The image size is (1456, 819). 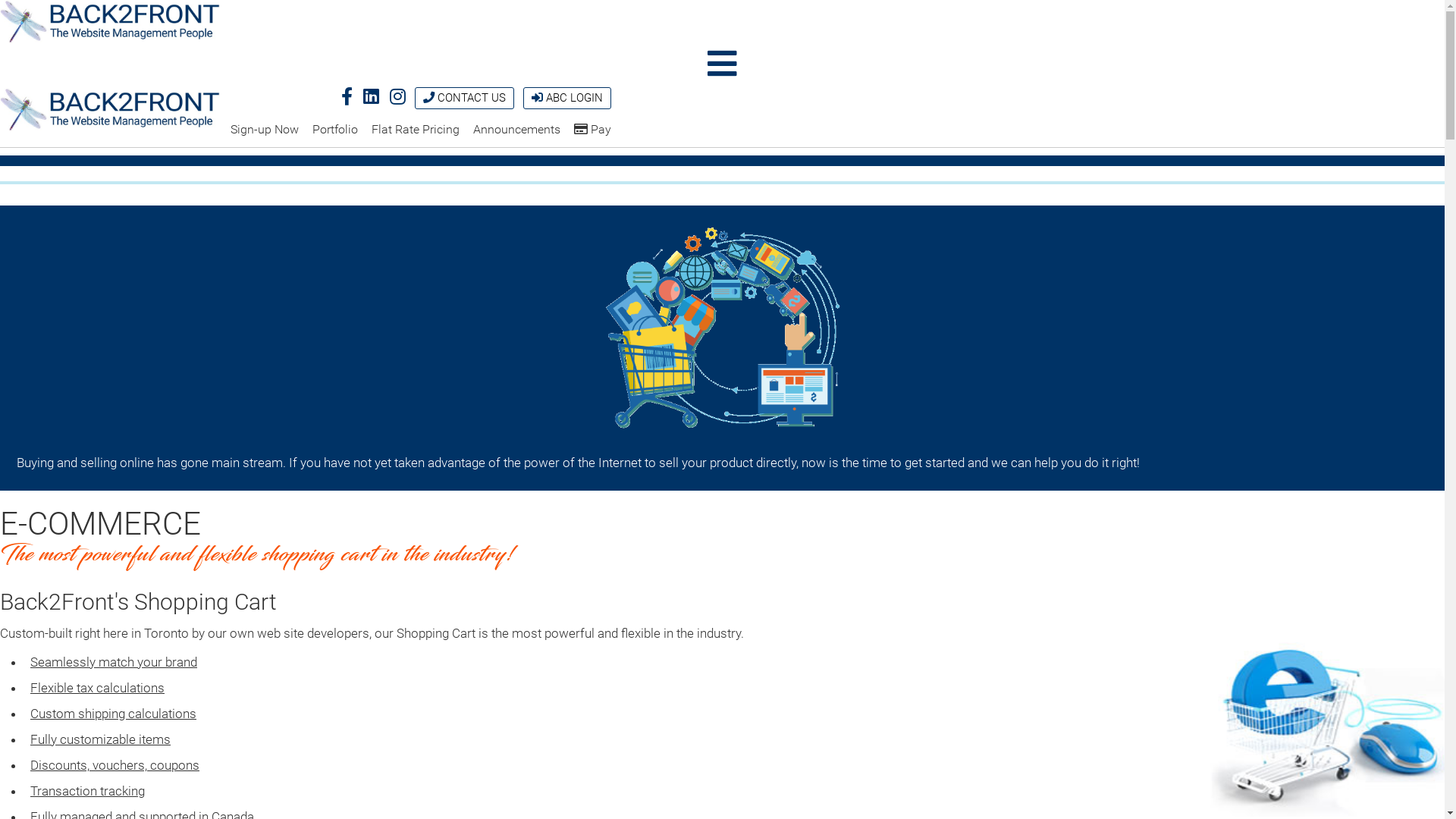 What do you see at coordinates (566, 98) in the screenshot?
I see `'ABC LOGIN'` at bounding box center [566, 98].